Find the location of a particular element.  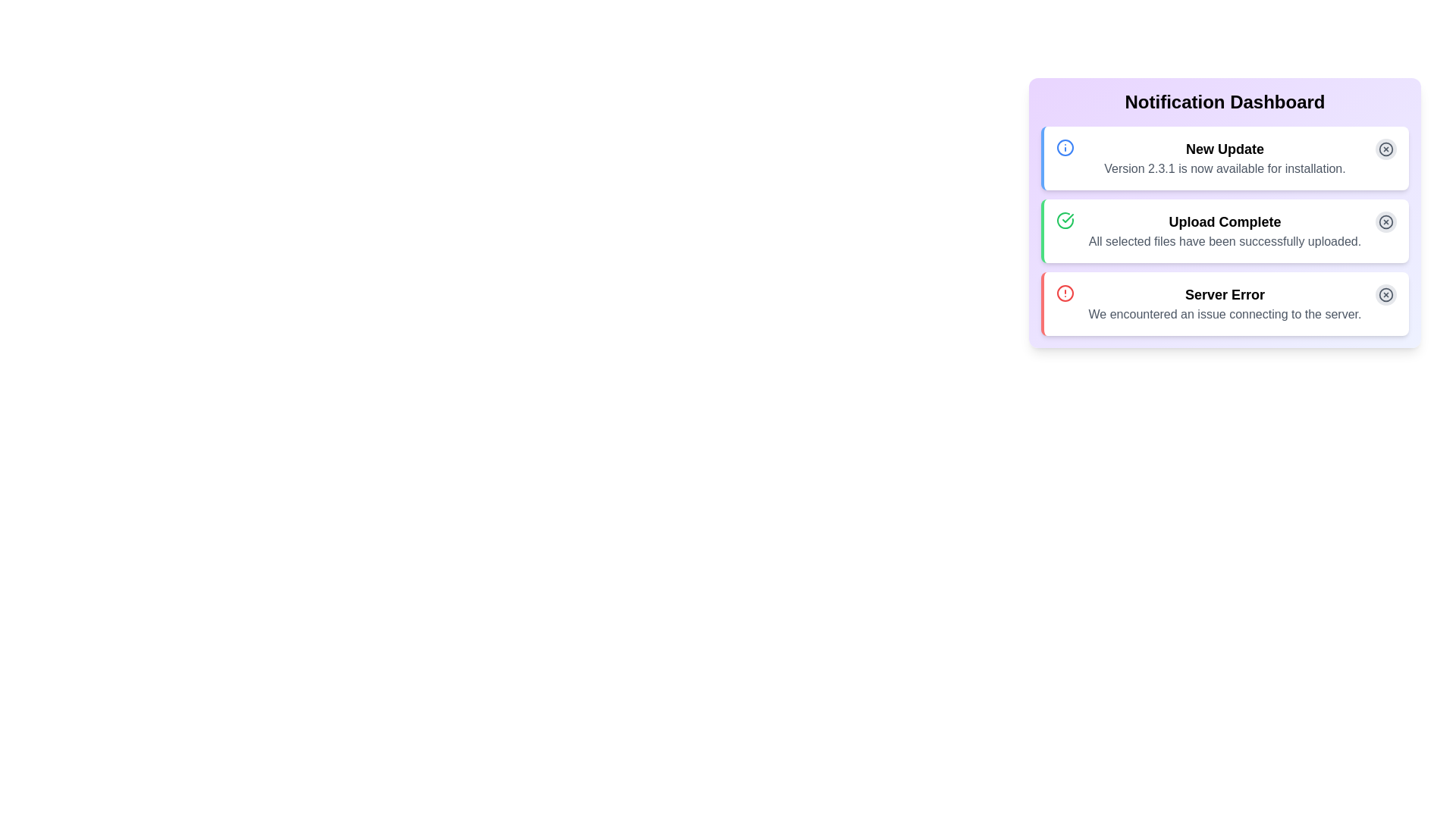

the icon button located at the far right of the 'Upload Complete' notification card is located at coordinates (1386, 222).